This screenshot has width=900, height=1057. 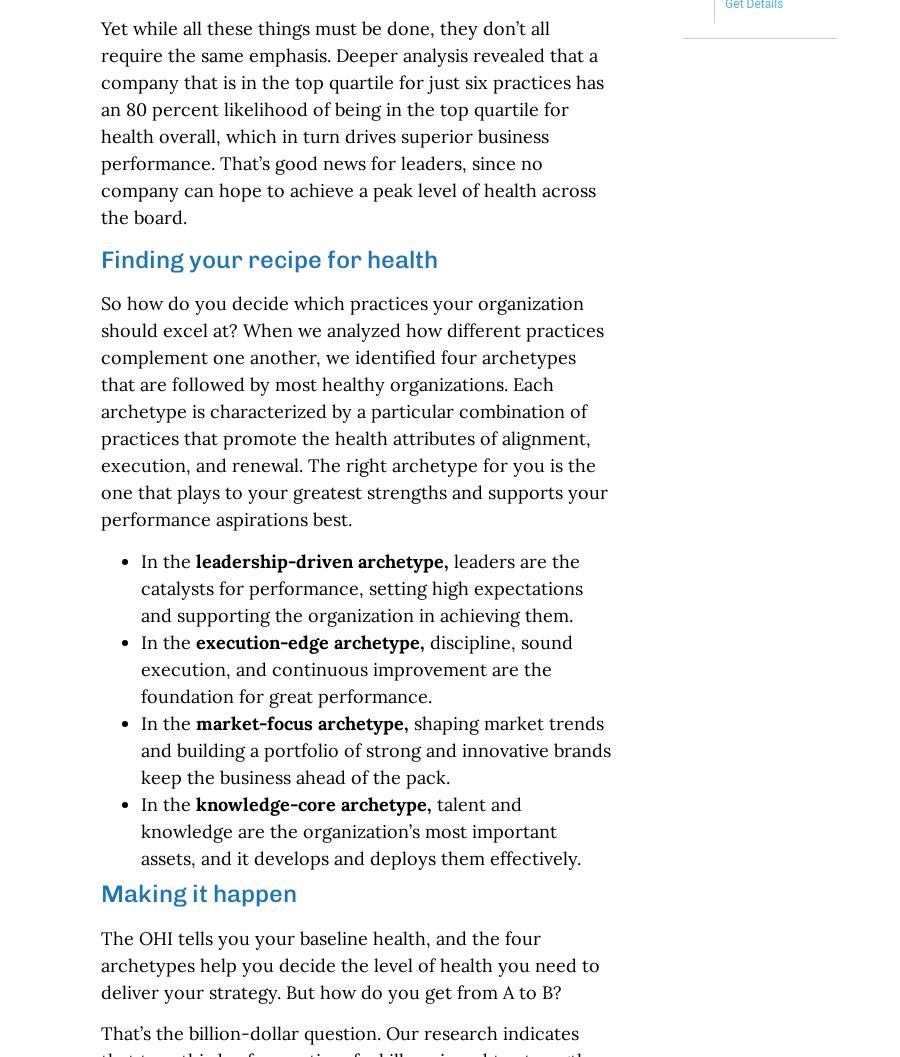 I want to click on 'The OHI tells you your baseline health, and the four archetypes help you decide the level of health you need to deliver your strategy. But how do you get from A to B?', so click(x=349, y=964).